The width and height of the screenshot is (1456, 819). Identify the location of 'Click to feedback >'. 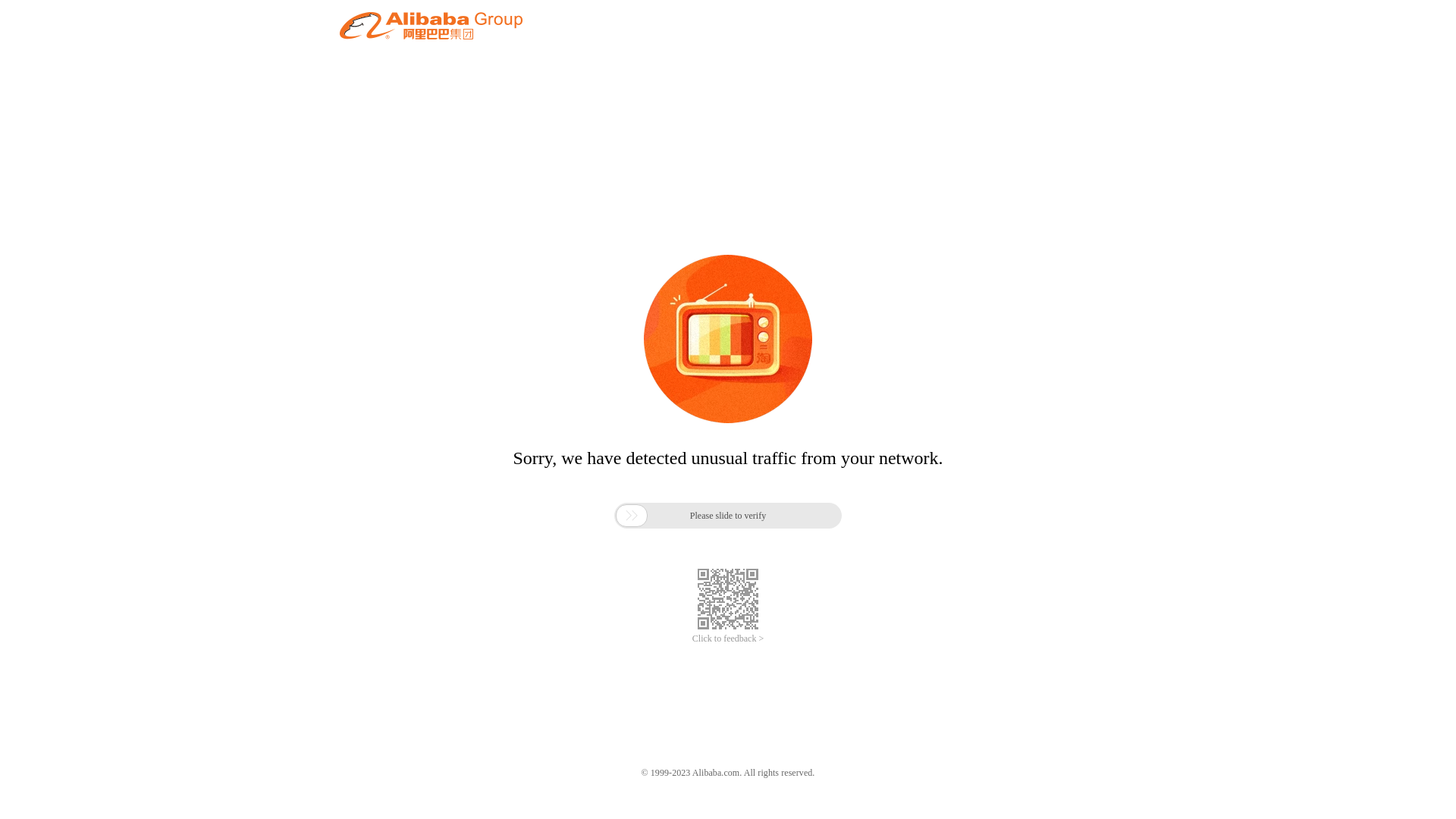
(728, 639).